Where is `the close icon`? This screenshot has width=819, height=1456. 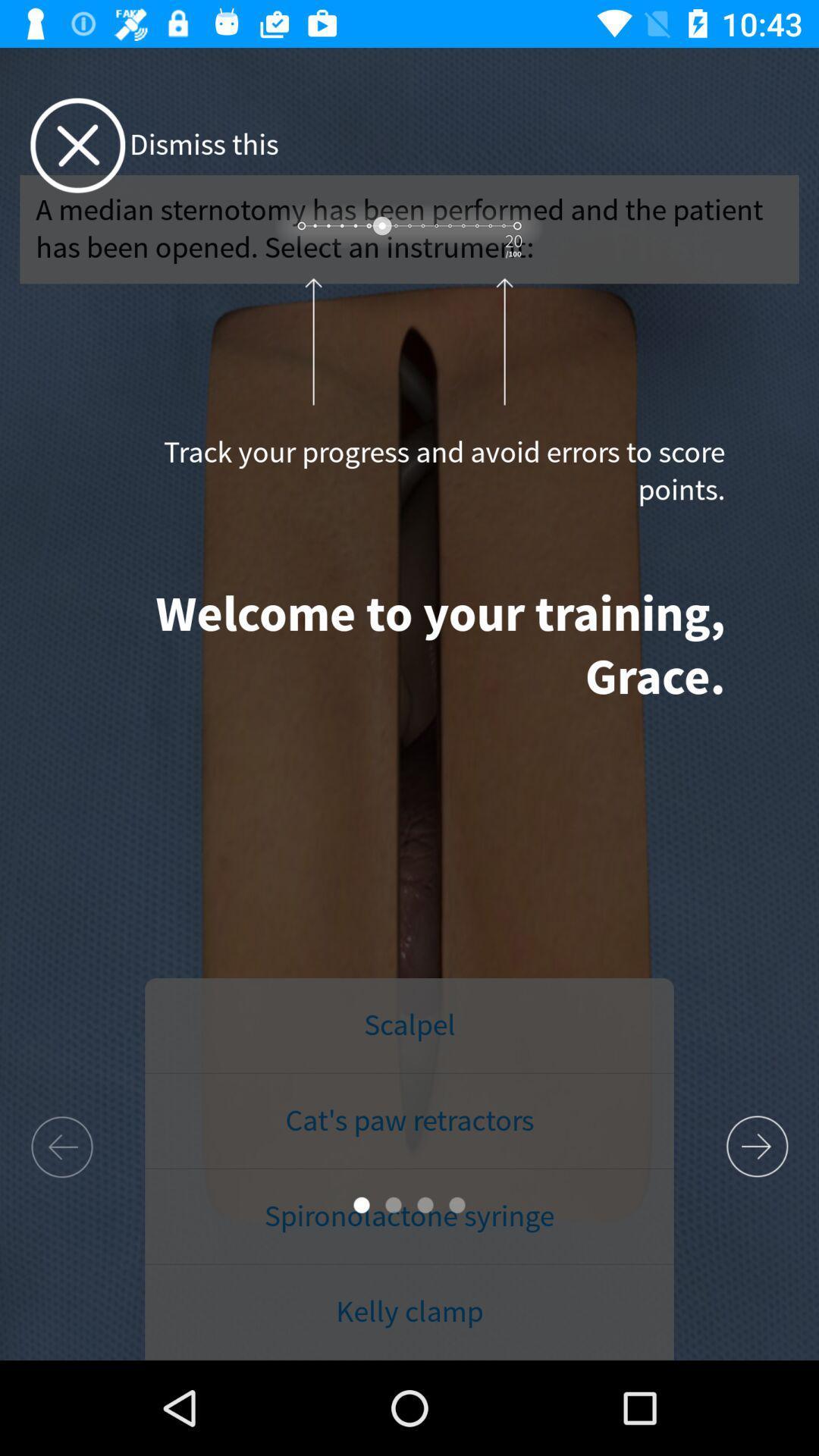 the close icon is located at coordinates (77, 146).